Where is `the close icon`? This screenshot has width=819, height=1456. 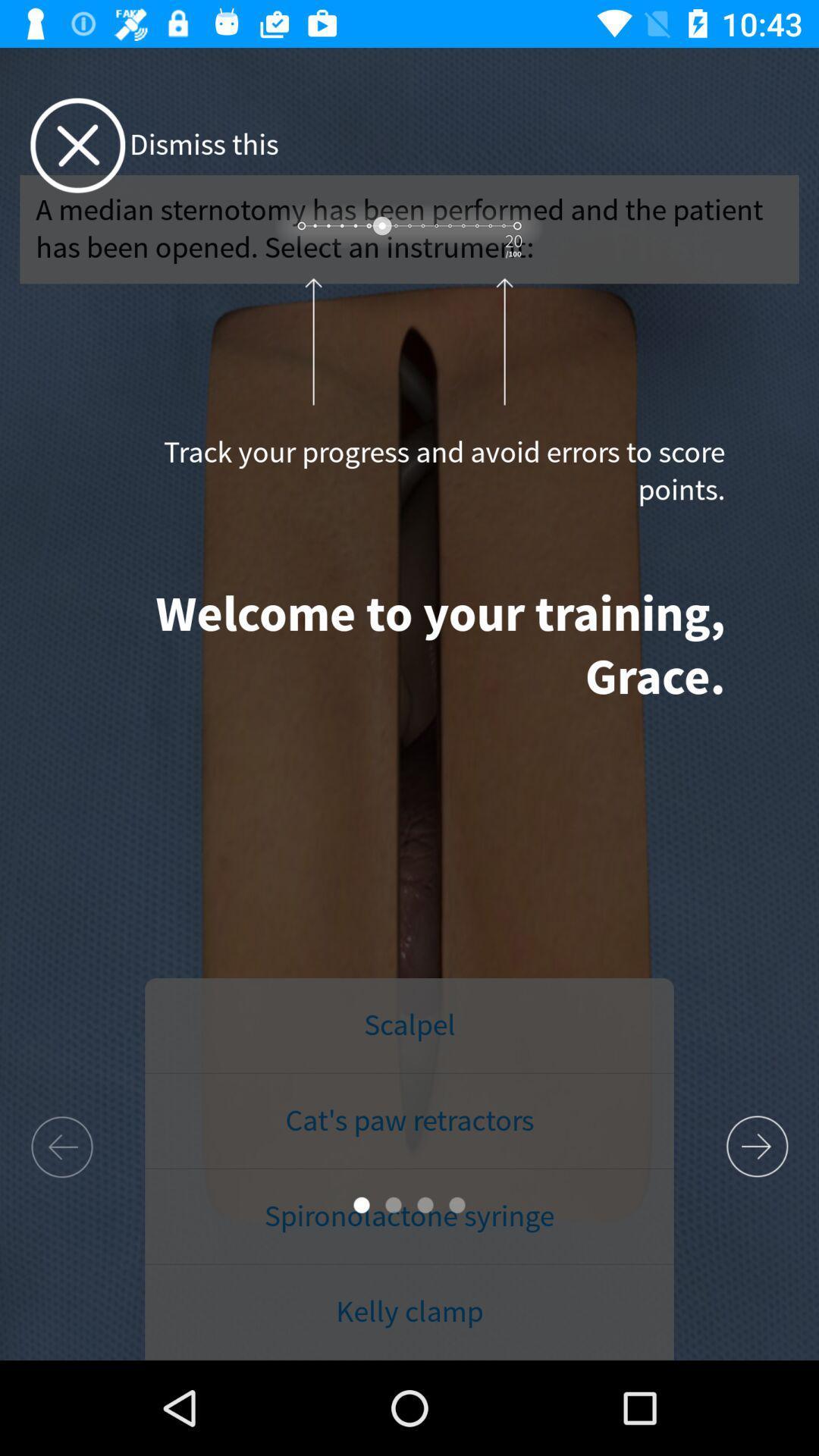 the close icon is located at coordinates (77, 146).